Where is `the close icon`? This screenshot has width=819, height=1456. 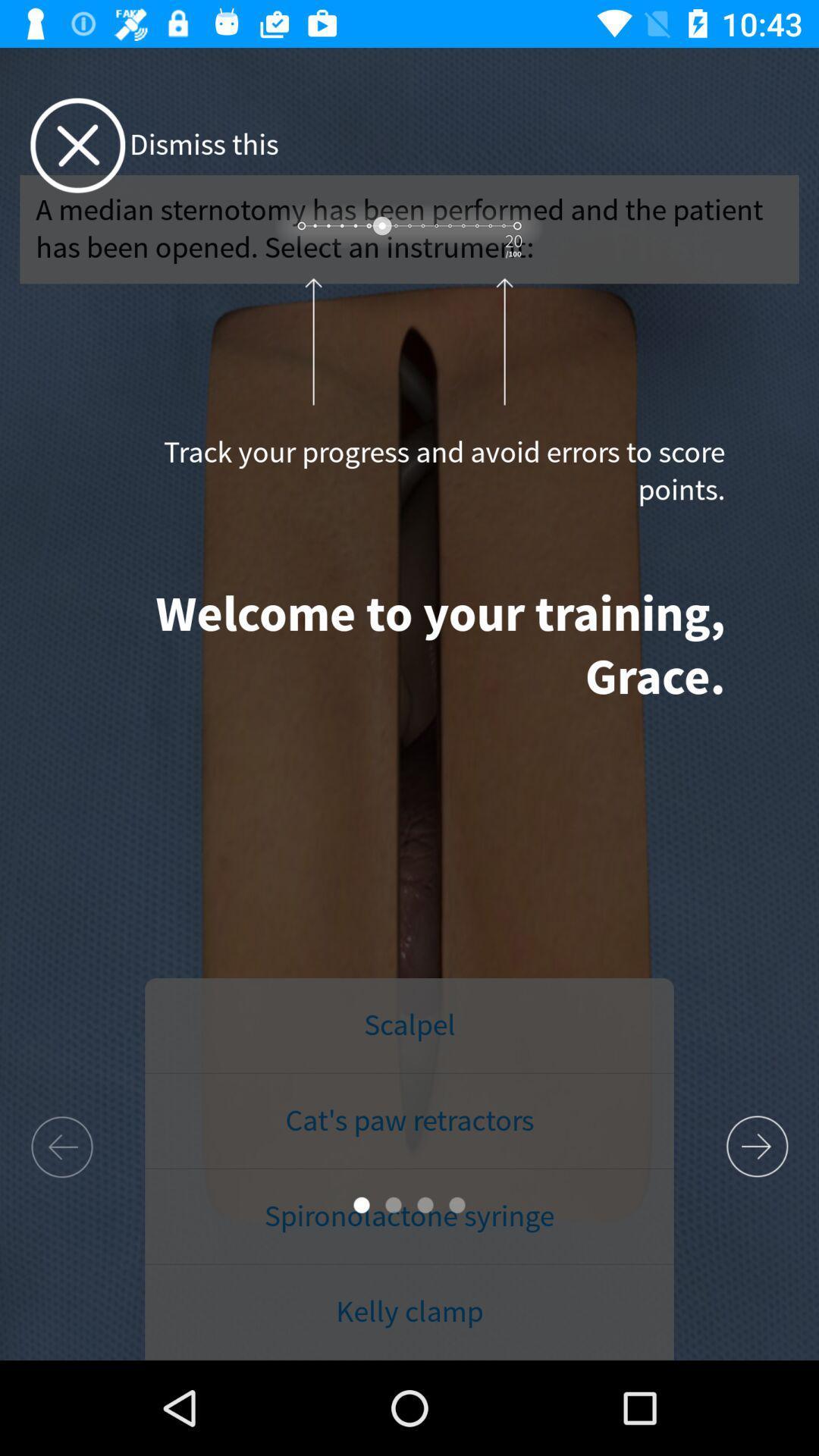 the close icon is located at coordinates (77, 146).